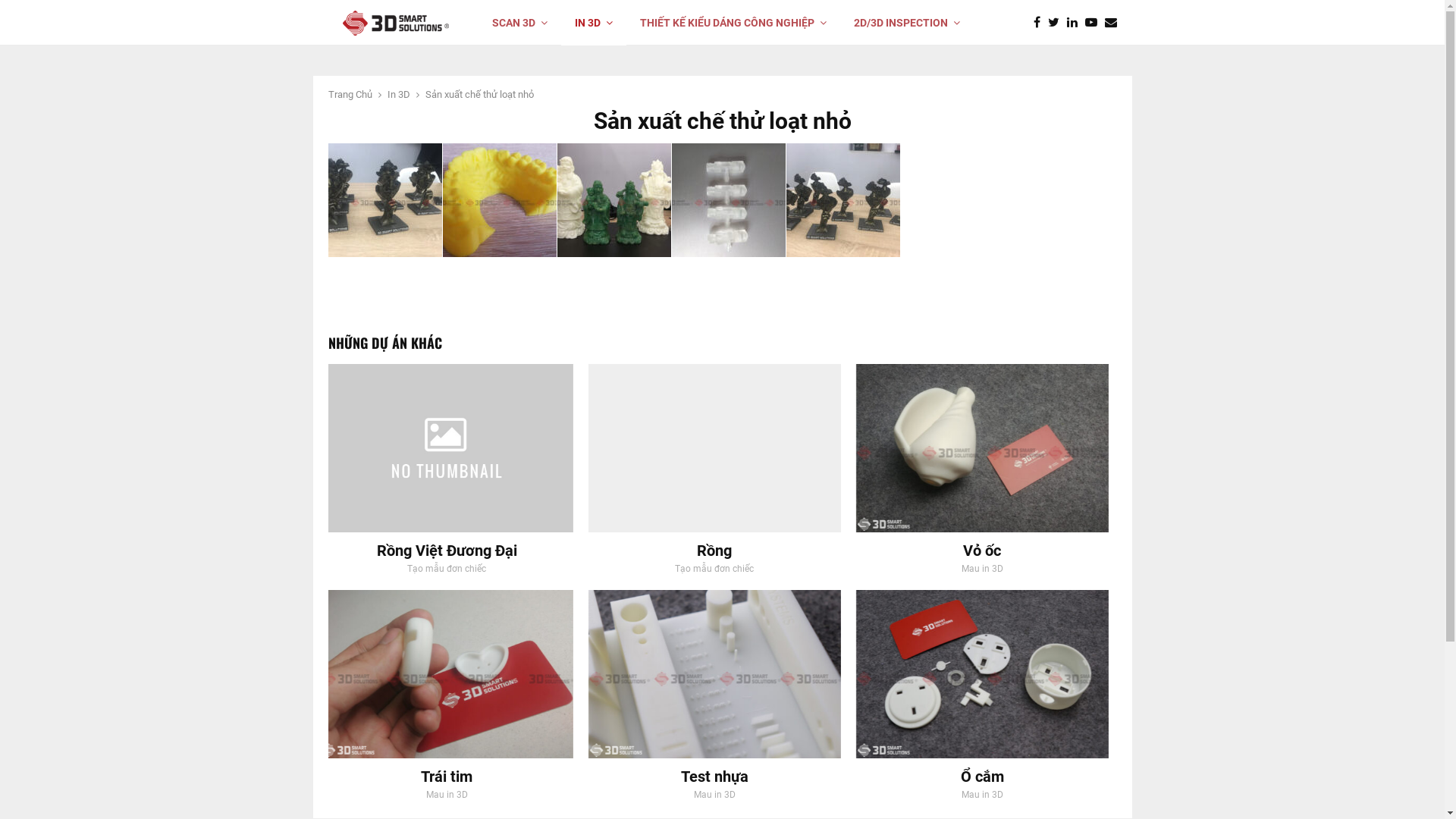  Describe the element at coordinates (1056, 23) in the screenshot. I see `'Twitter'` at that location.